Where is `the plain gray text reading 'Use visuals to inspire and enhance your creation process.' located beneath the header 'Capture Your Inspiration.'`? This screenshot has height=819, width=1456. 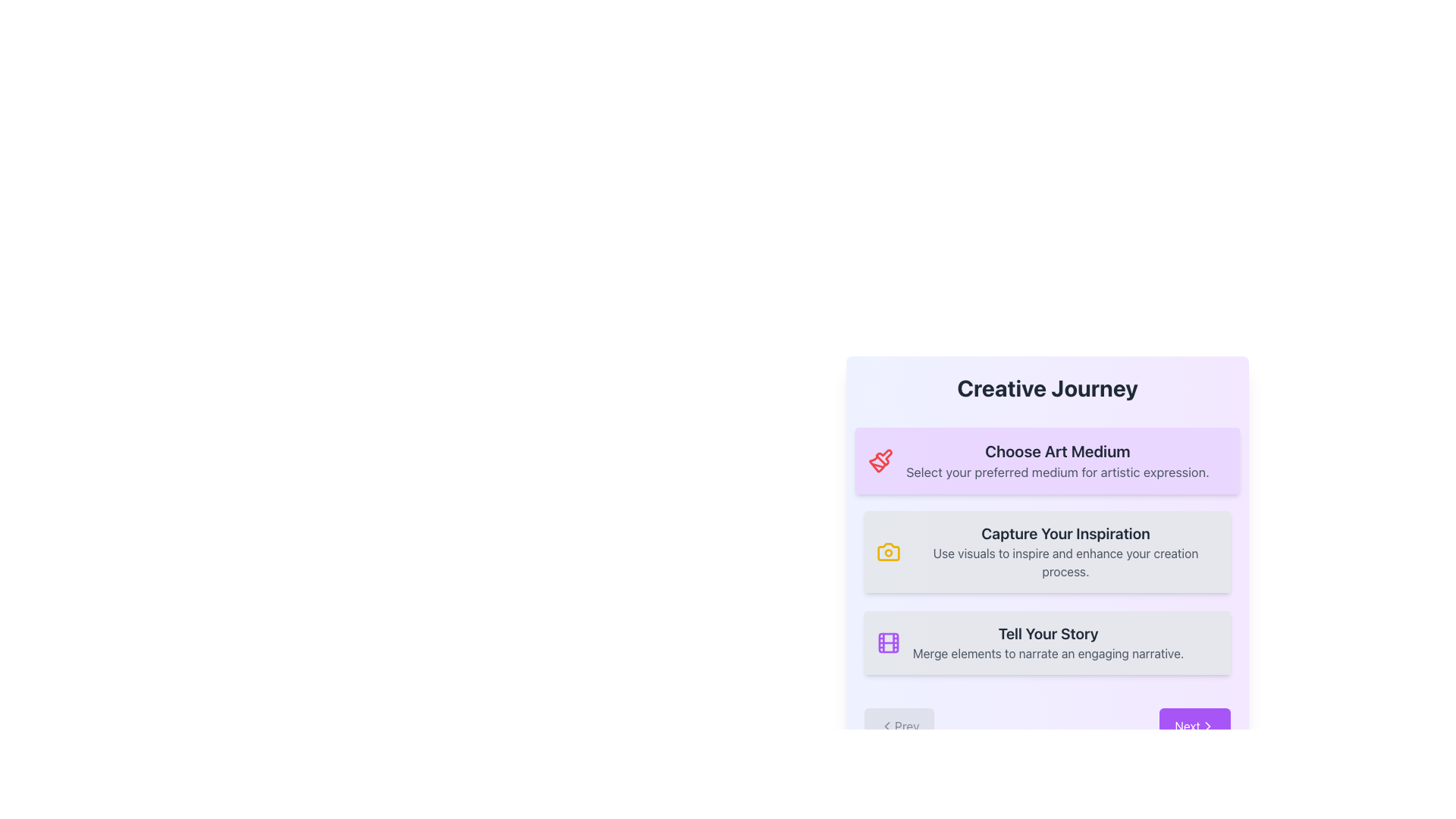
the plain gray text reading 'Use visuals to inspire and enhance your creation process.' located beneath the header 'Capture Your Inspiration.' is located at coordinates (1065, 562).